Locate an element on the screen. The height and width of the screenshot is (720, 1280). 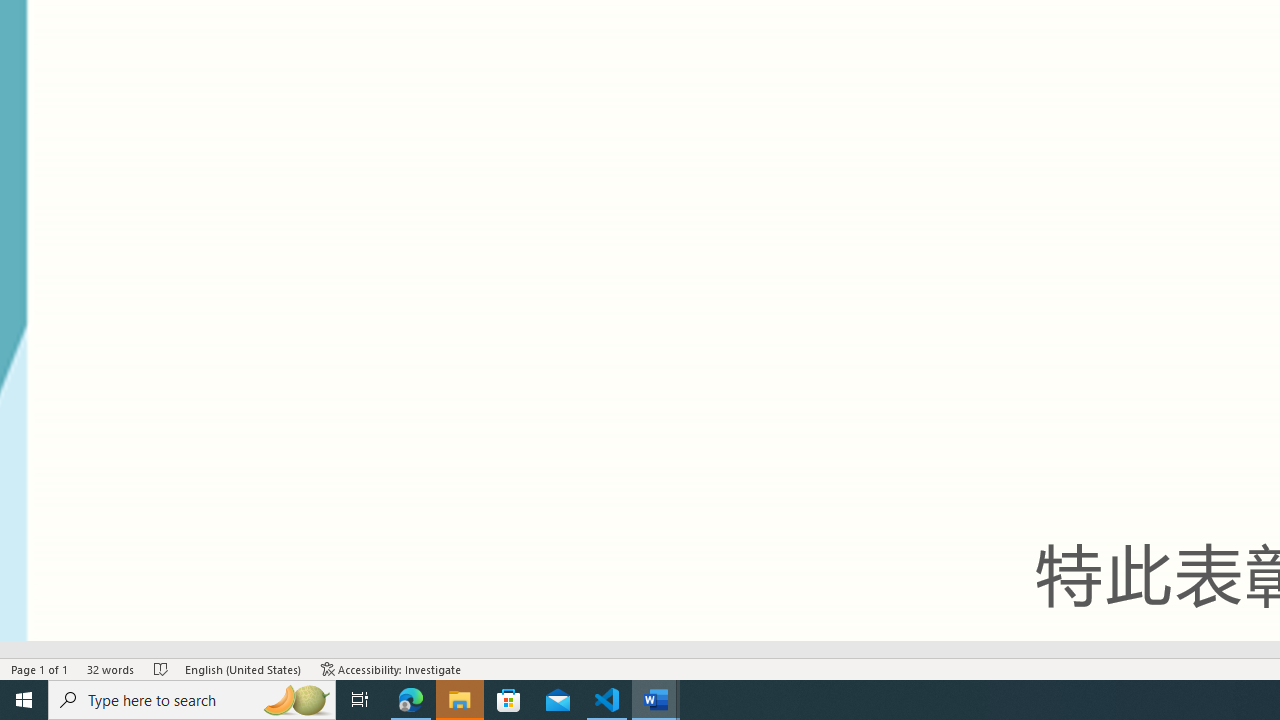
'Word - 2 running windows' is located at coordinates (656, 698).